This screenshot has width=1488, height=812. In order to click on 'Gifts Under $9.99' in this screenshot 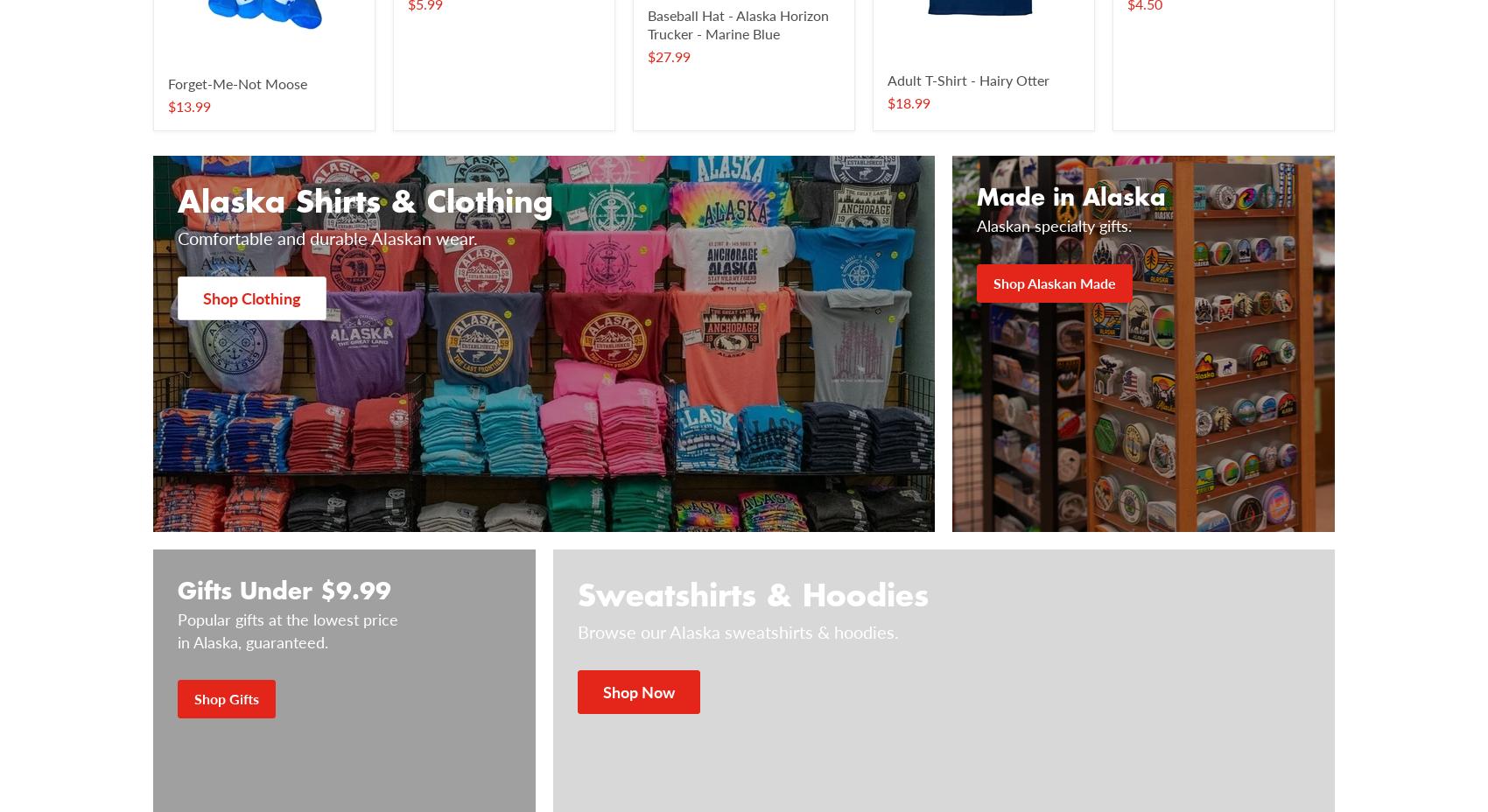, I will do `click(176, 588)`.